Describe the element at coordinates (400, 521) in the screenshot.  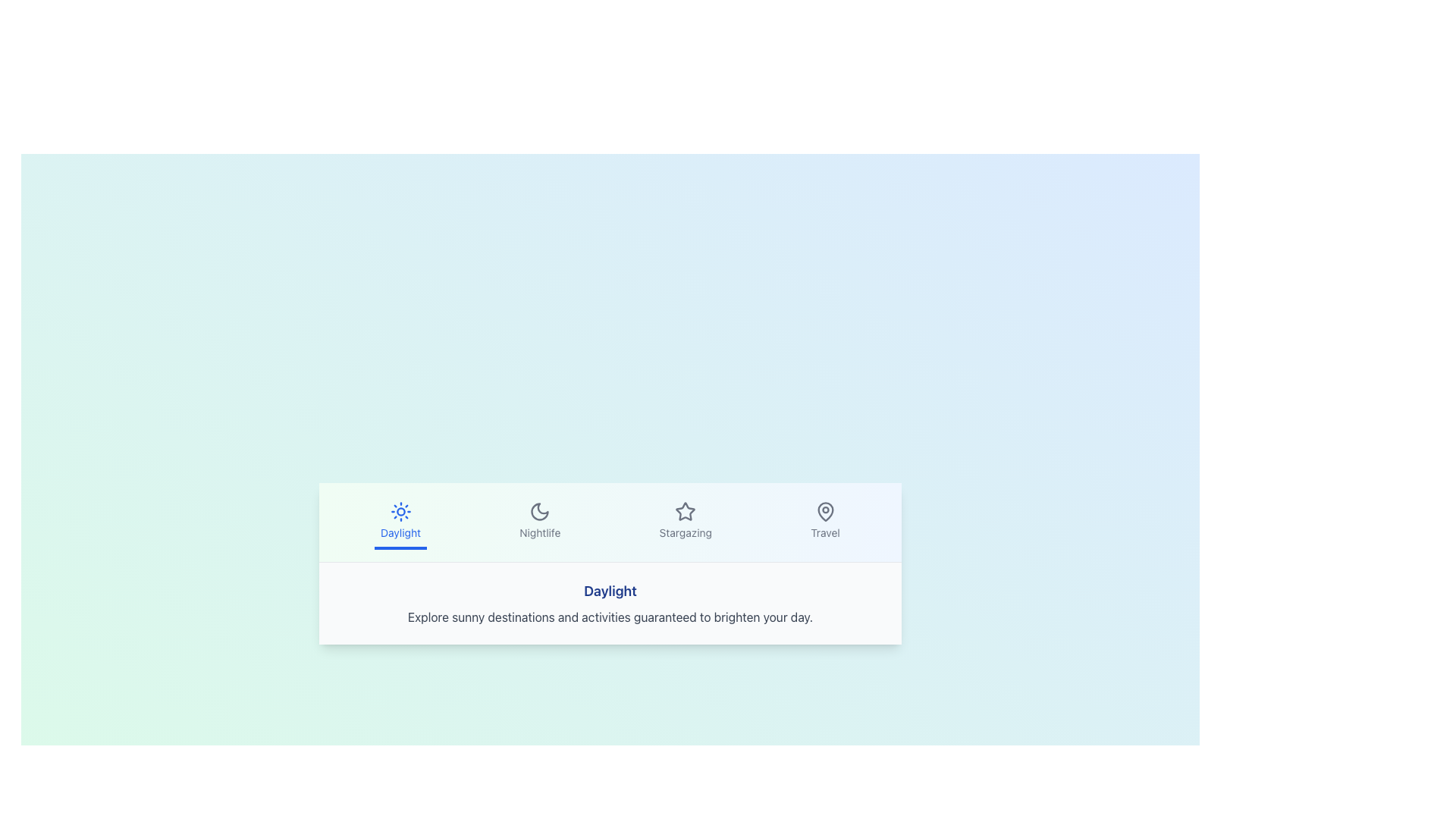
I see `the 'Daylight' tab, which features a sun icon and is located on the far left of a horizontally aligned set of four tabs` at that location.